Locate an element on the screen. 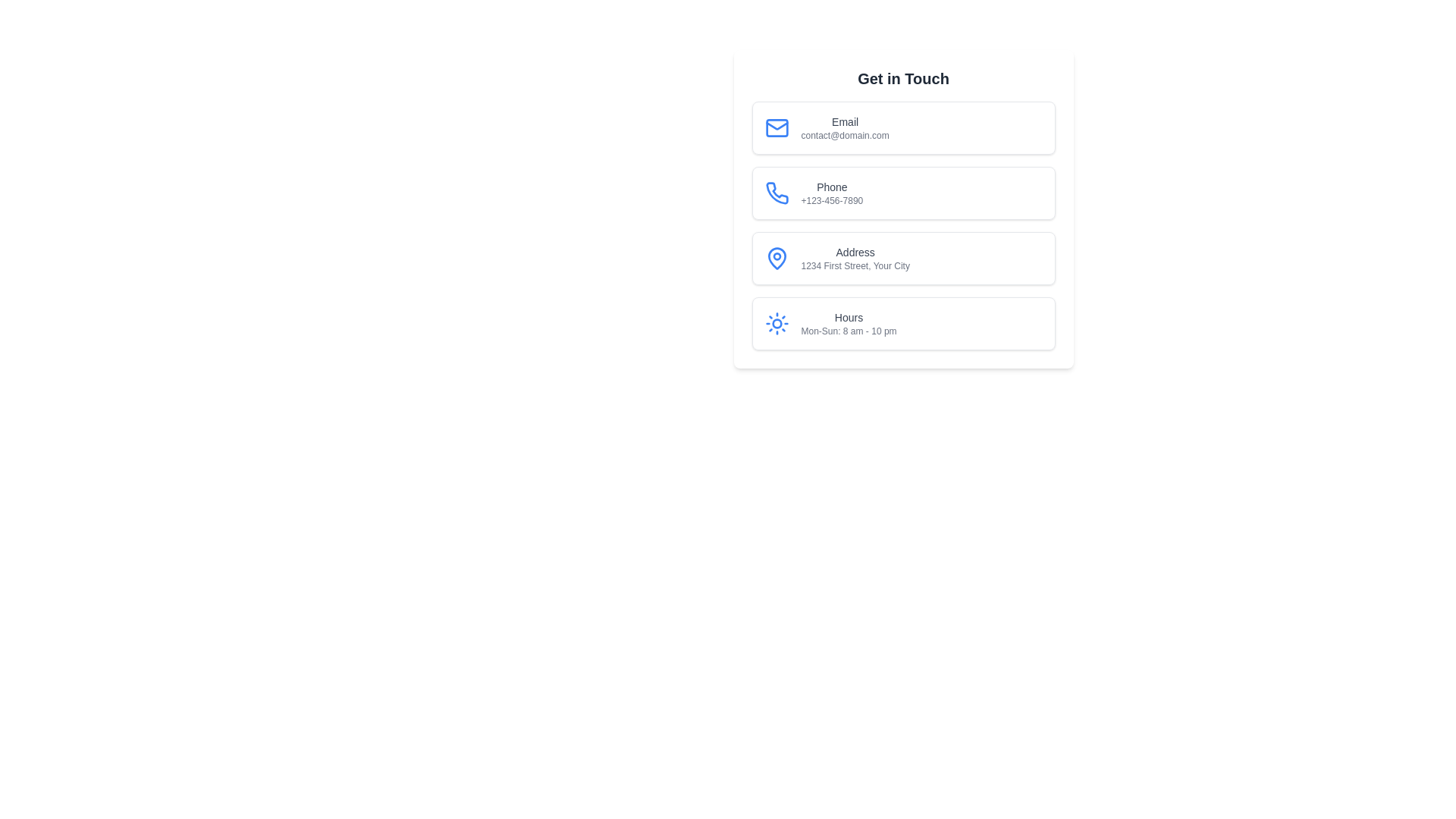  the 'Phone' icon located to the left of the text '+123-456-7890' in the second item of a vertically arranged list is located at coordinates (777, 192).